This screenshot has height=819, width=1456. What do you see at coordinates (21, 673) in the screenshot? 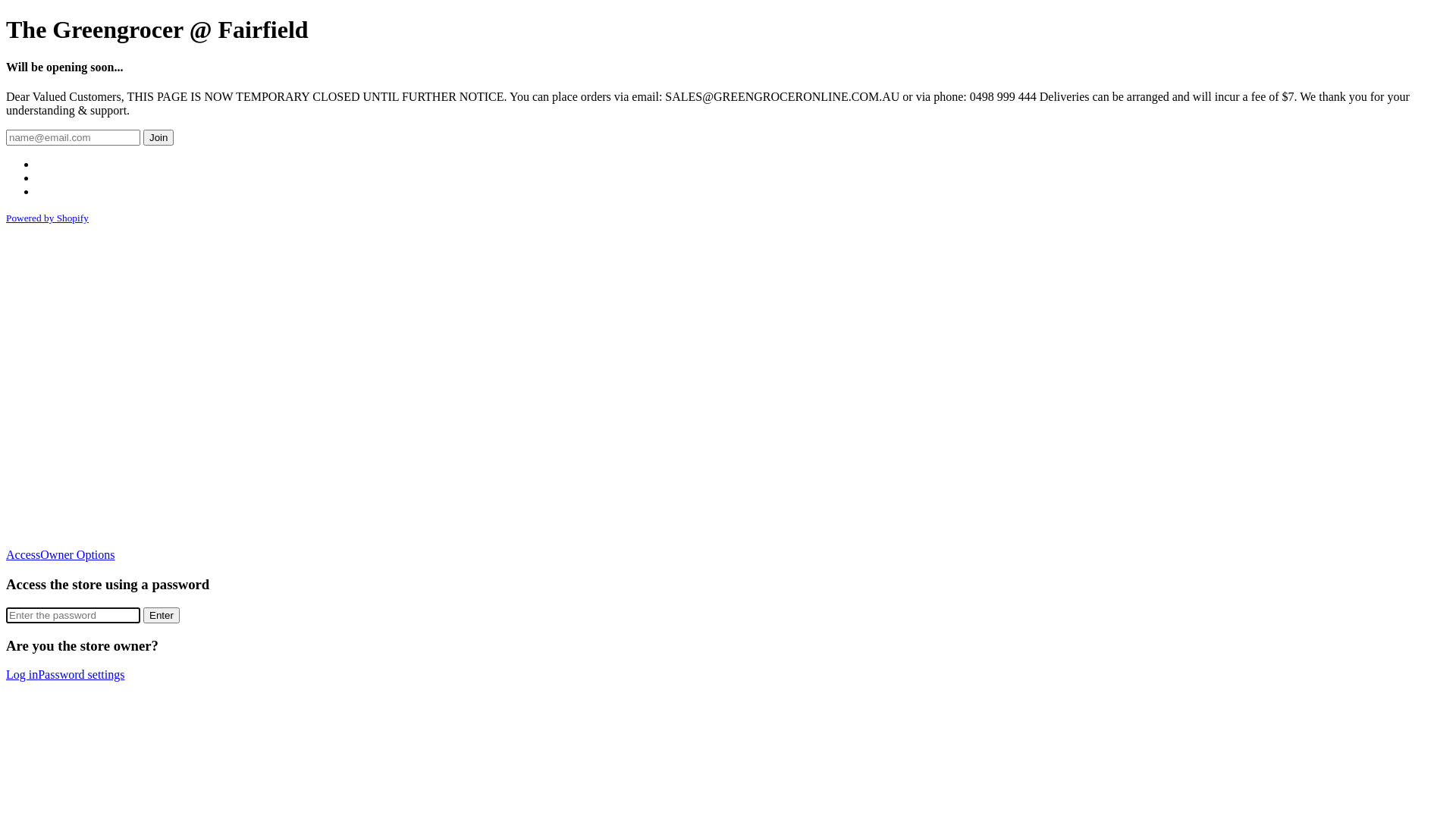
I see `'Log in'` at bounding box center [21, 673].